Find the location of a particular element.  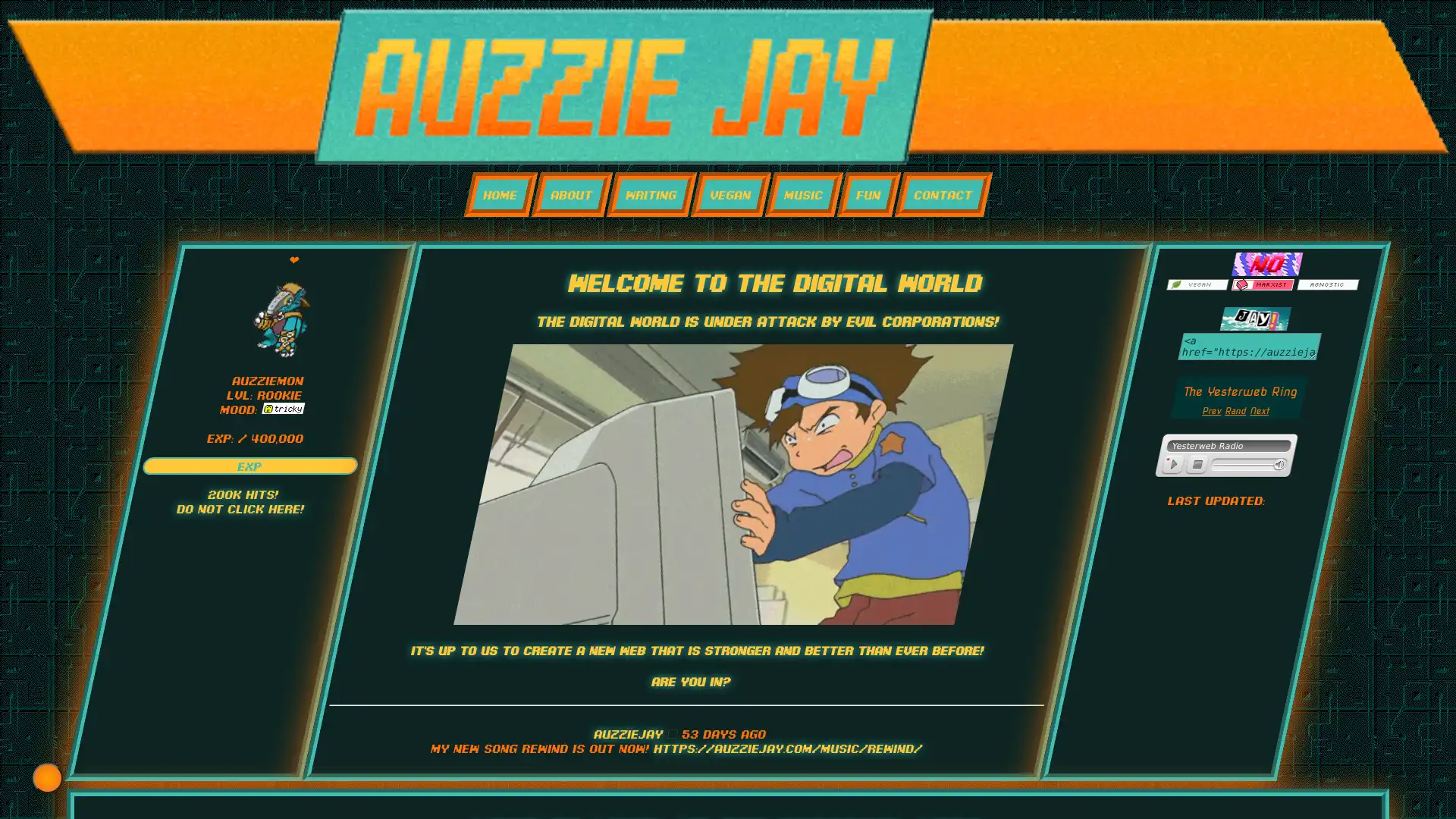

MUSIC is located at coordinates (802, 193).